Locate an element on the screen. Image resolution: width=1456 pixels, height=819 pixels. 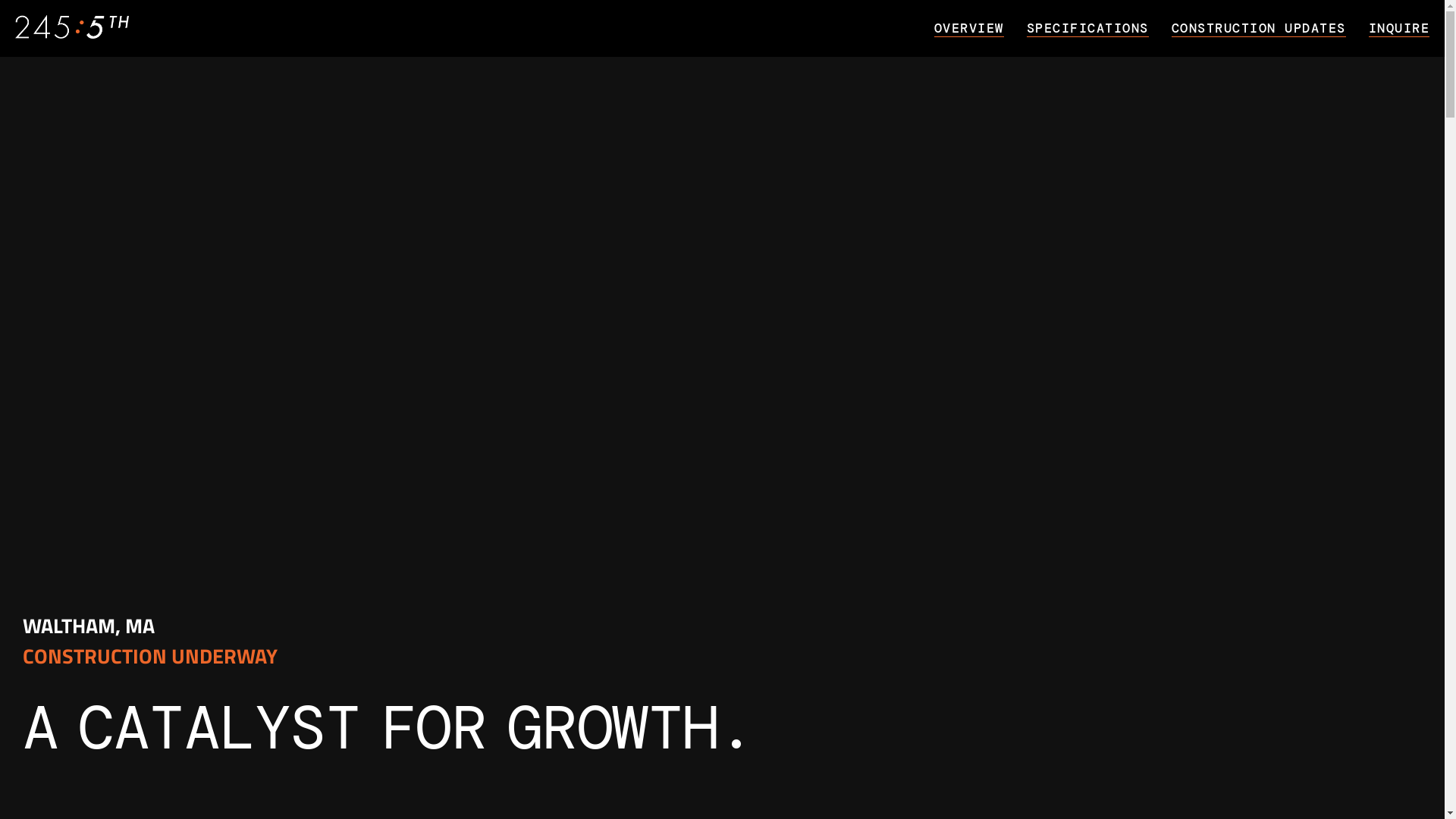
'SPECIFICATIONS' is located at coordinates (1099, 27).